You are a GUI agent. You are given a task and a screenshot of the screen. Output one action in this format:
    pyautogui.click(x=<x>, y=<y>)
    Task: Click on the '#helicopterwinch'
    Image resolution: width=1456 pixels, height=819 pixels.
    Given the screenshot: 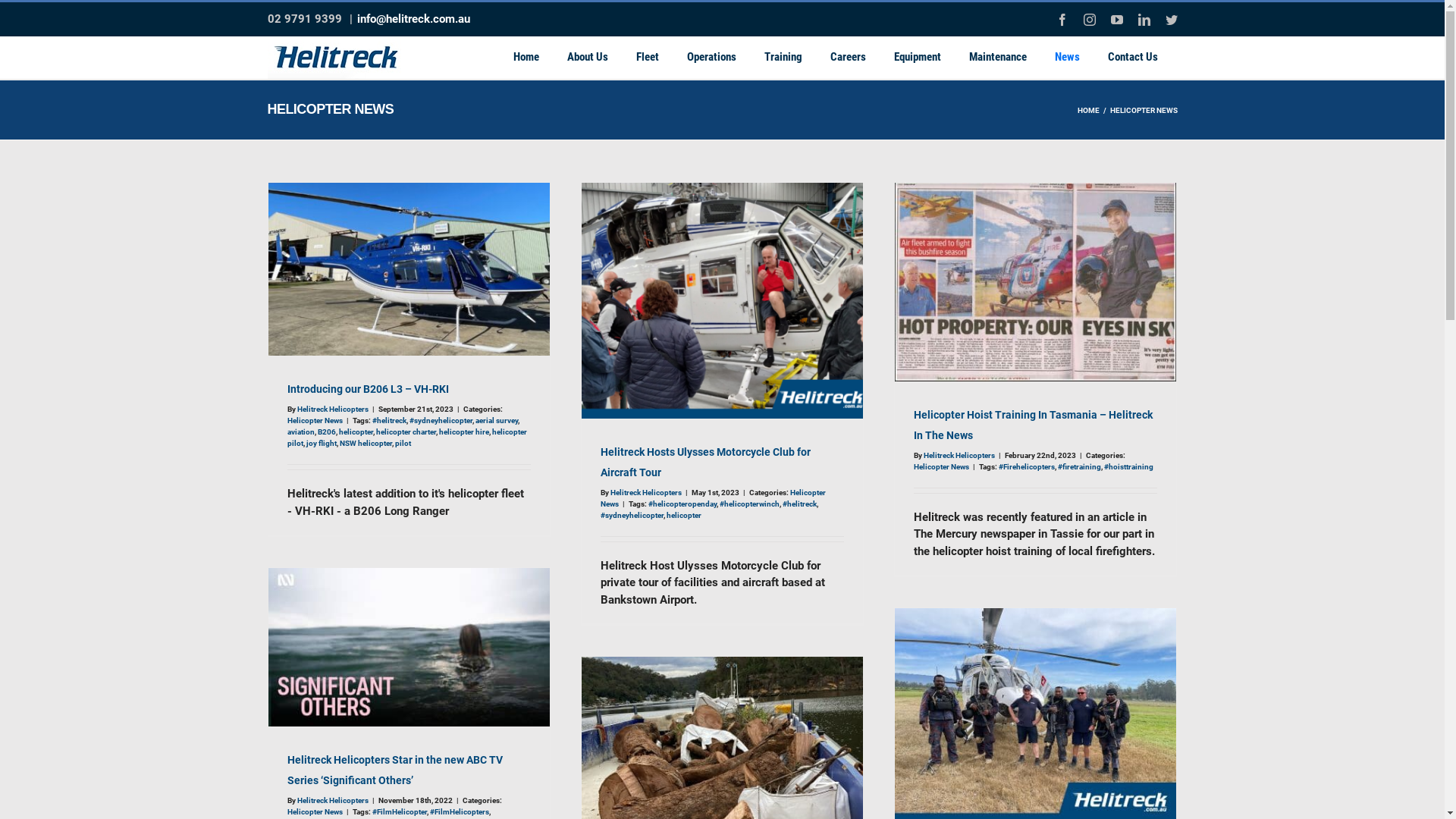 What is the action you would take?
    pyautogui.click(x=748, y=504)
    